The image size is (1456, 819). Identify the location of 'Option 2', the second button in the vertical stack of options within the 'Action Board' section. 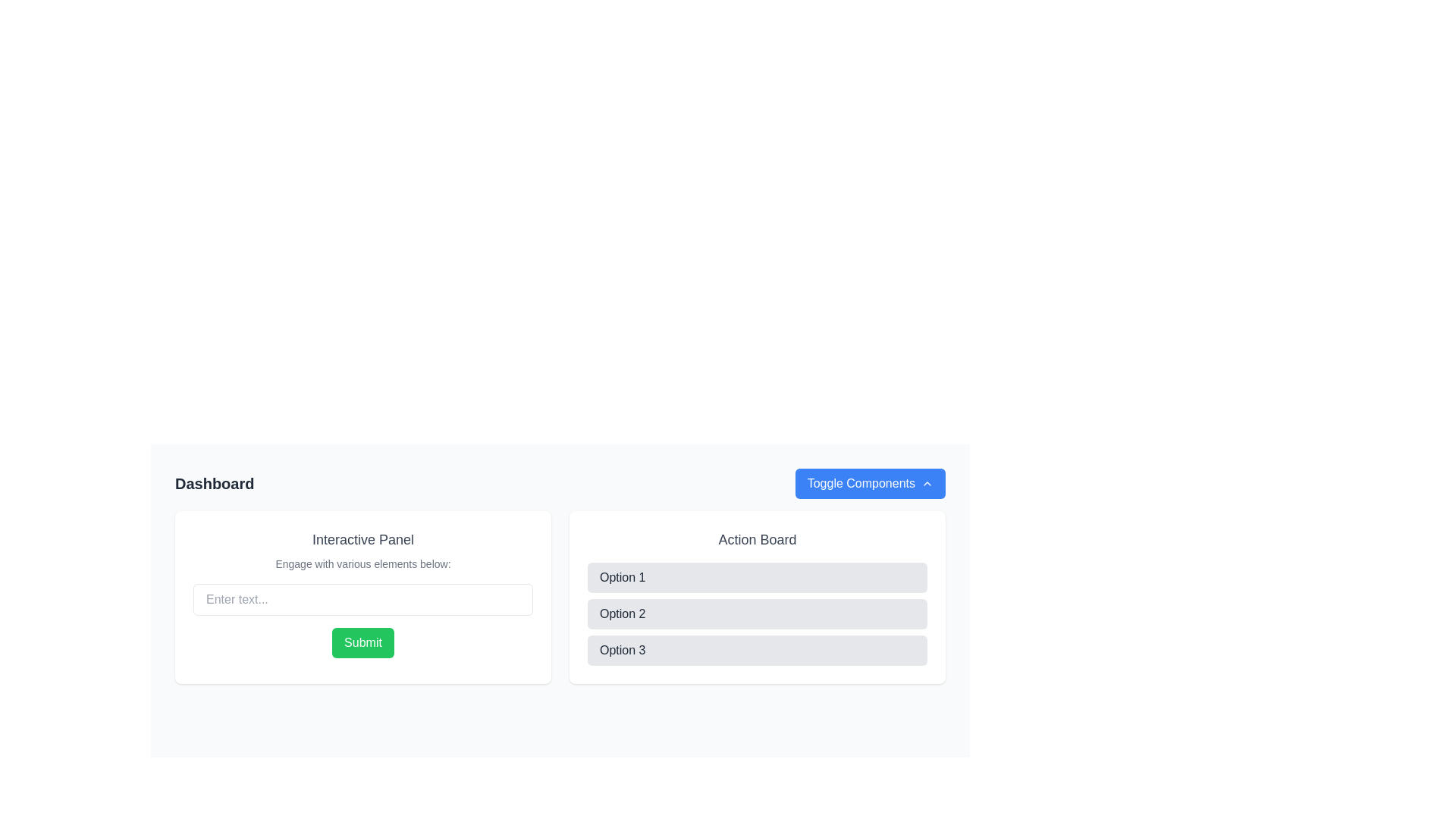
(757, 614).